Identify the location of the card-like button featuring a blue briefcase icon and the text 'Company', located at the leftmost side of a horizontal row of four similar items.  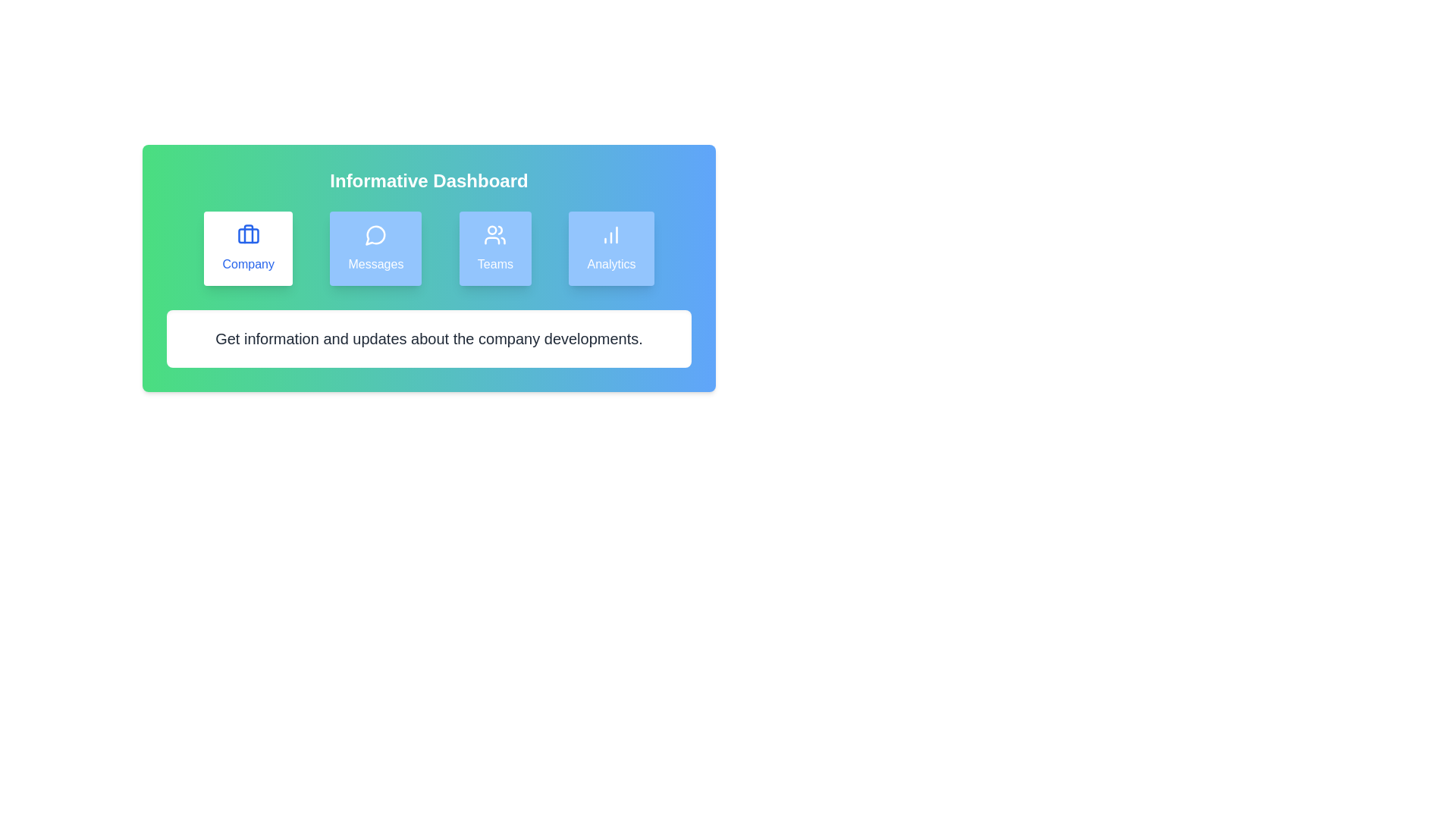
(248, 247).